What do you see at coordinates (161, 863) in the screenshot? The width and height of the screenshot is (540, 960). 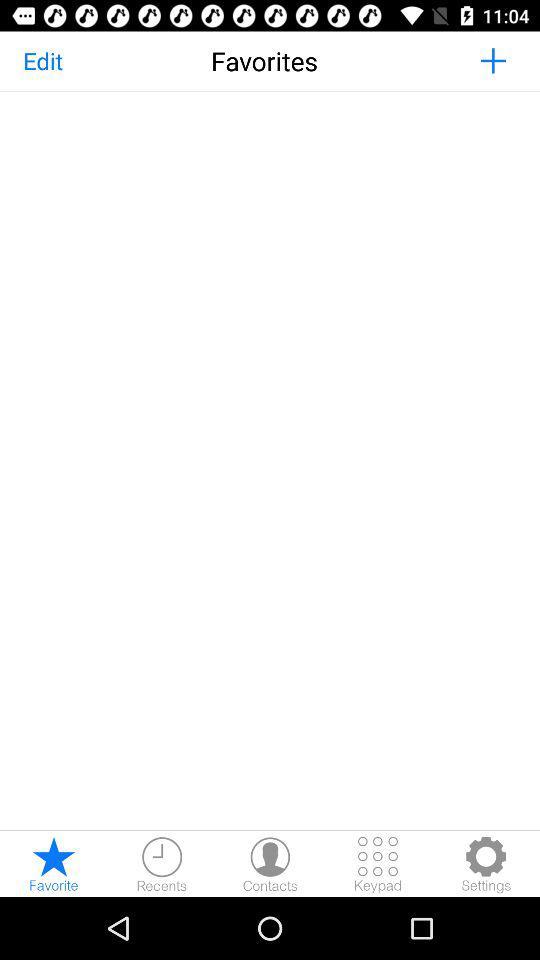 I see `recently viewed` at bounding box center [161, 863].